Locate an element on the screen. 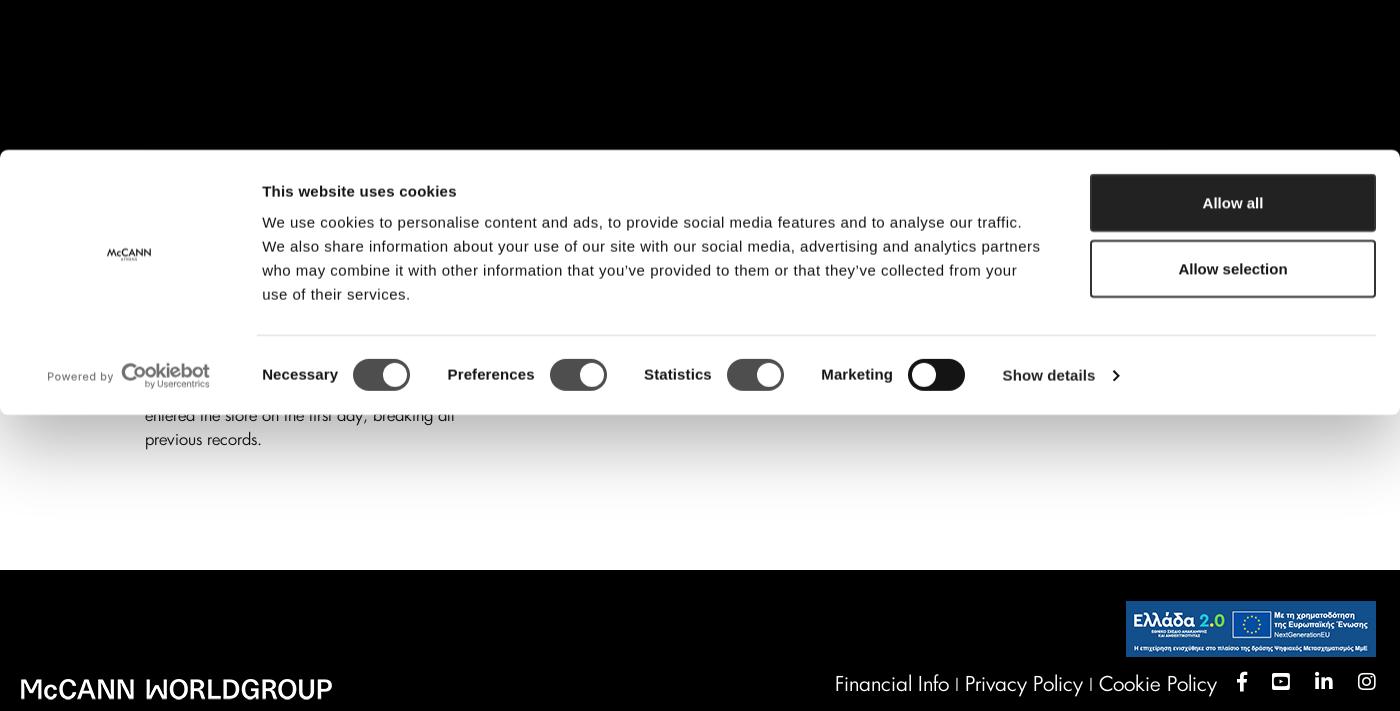 Image resolution: width=1400 pixels, height=711 pixels. 'Preferences' is located at coordinates (489, 262).